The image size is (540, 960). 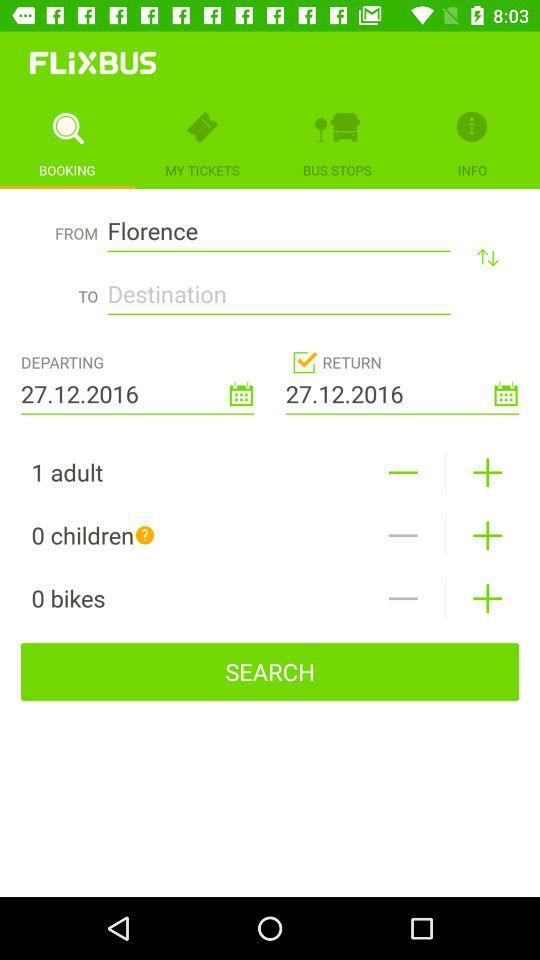 What do you see at coordinates (486, 472) in the screenshot?
I see `ticket` at bounding box center [486, 472].